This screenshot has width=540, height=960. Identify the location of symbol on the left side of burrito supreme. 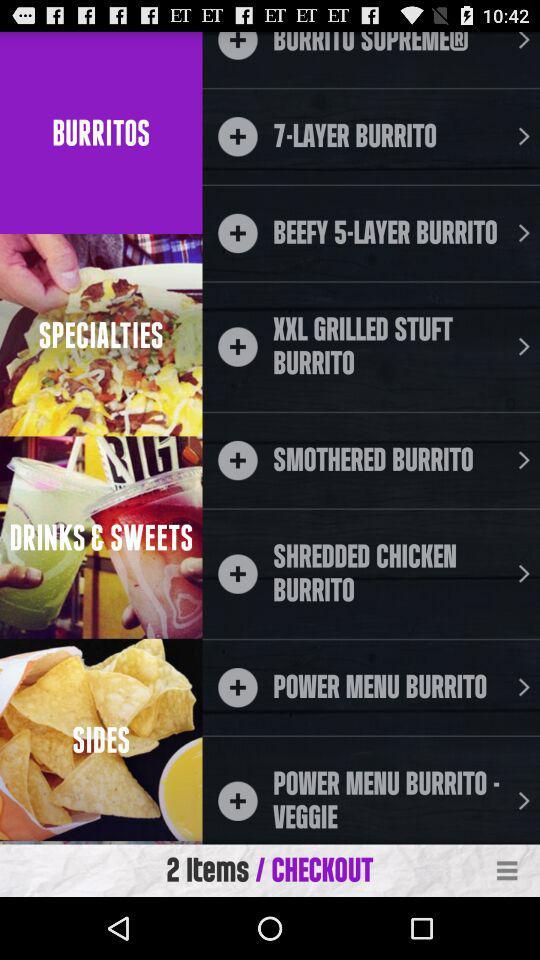
(237, 44).